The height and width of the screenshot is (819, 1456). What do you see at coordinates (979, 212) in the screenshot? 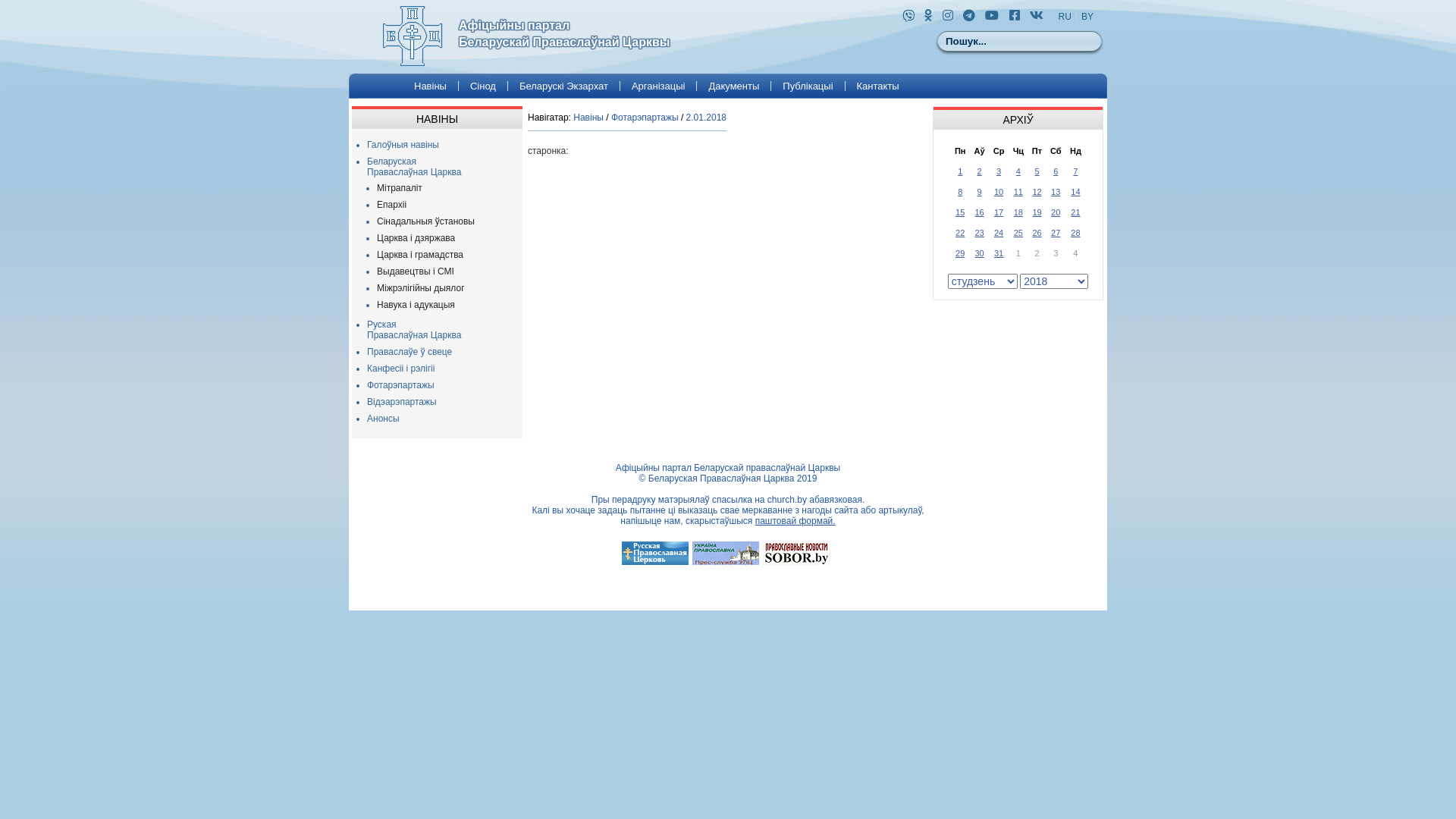
I see `'16'` at bounding box center [979, 212].